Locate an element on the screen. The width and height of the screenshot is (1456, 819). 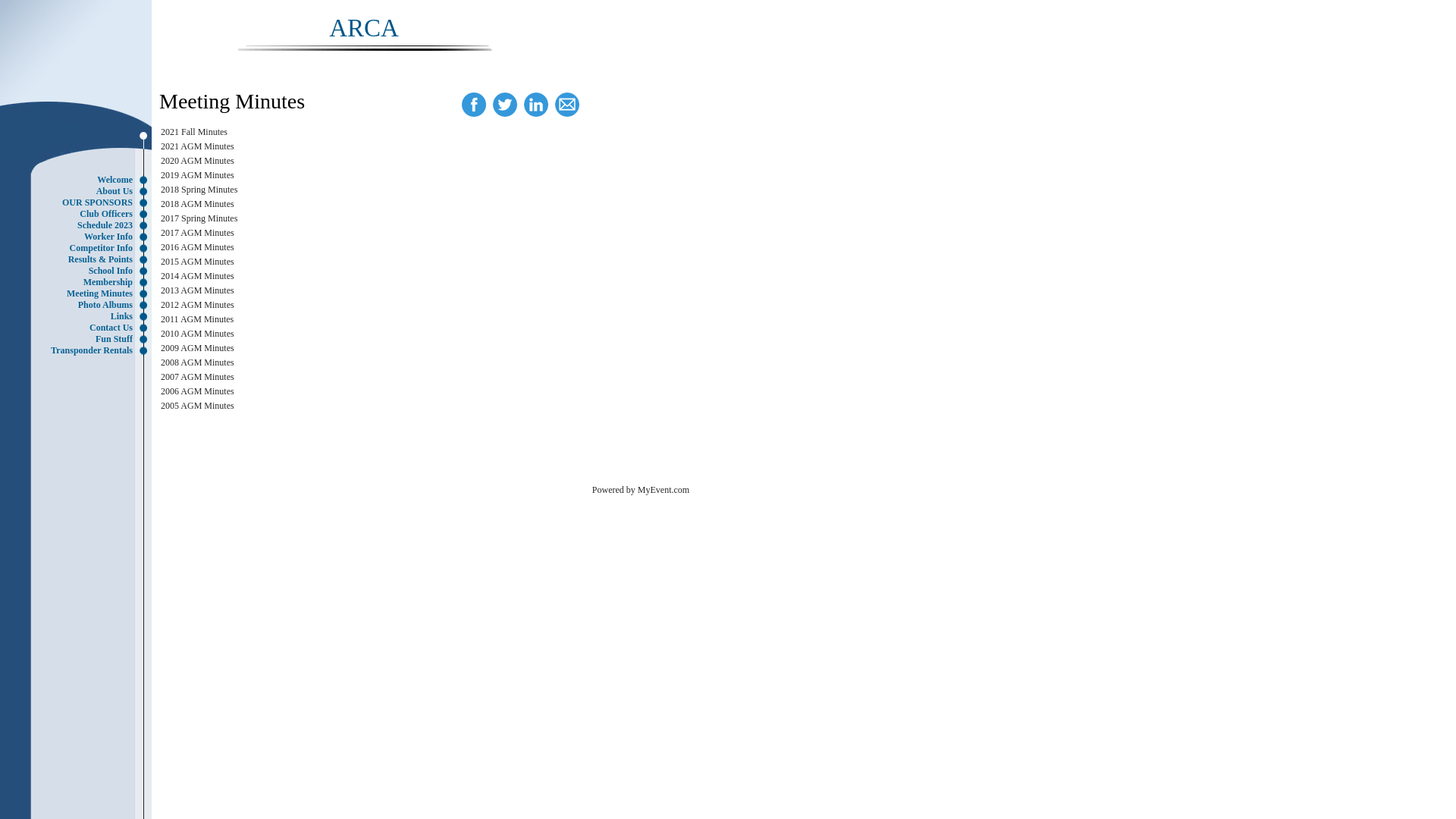
'Contact Us' is located at coordinates (79, 327).